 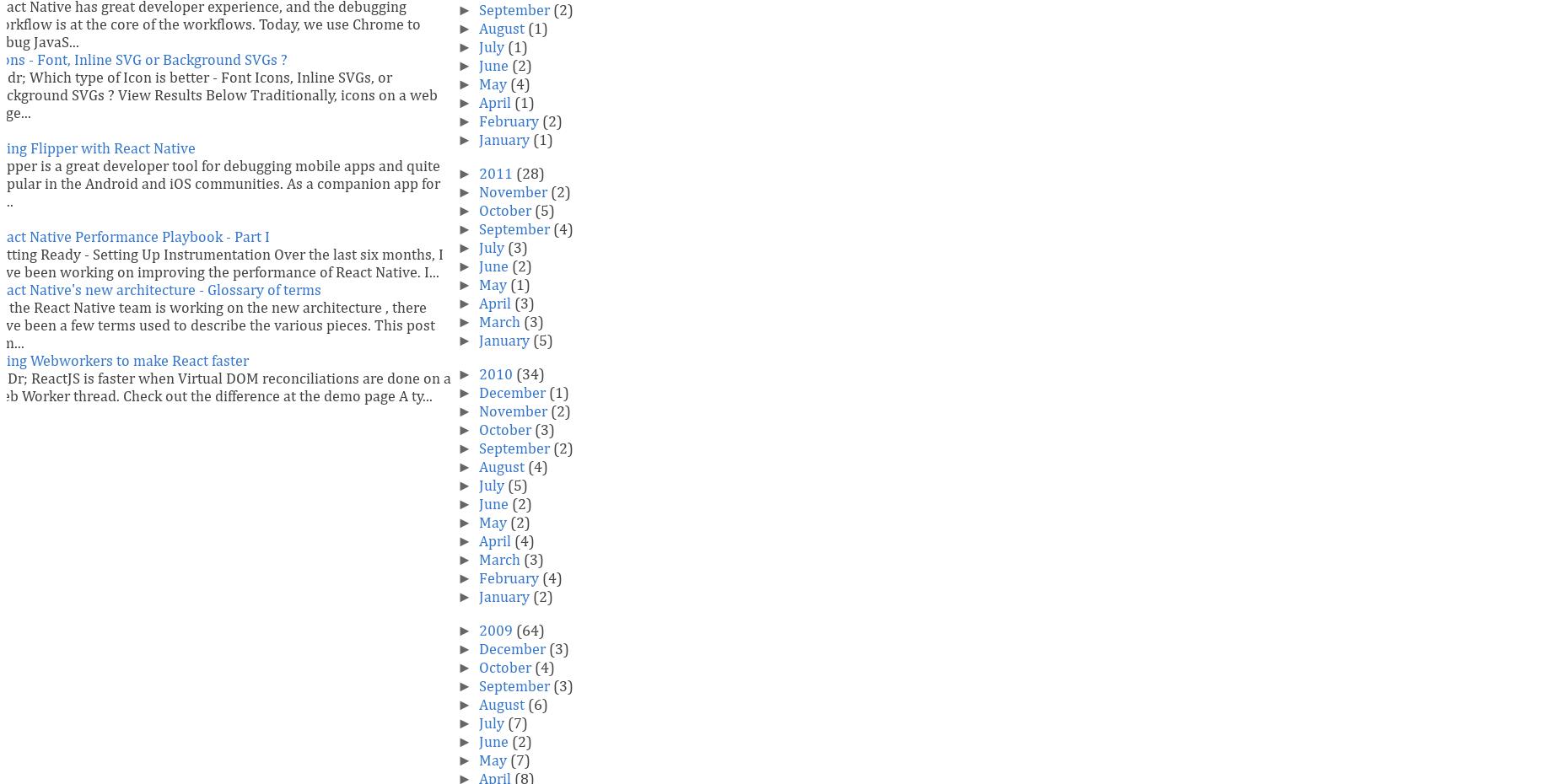 I want to click on '2010', so click(x=495, y=375).